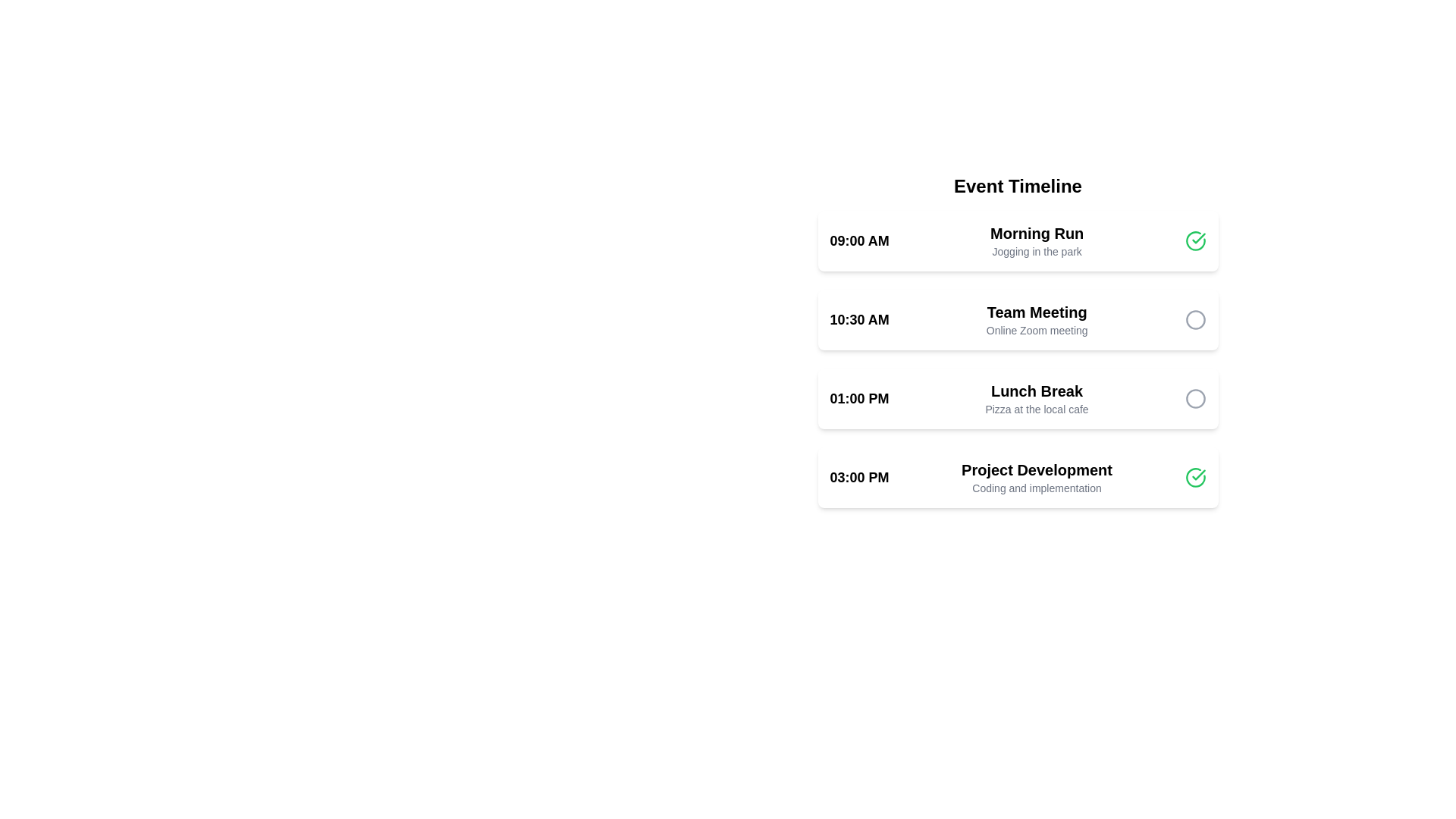  What do you see at coordinates (1036, 318) in the screenshot?
I see `text displayed in the 'Team Meeting' Text Display, which includes the title and description of the online meeting` at bounding box center [1036, 318].